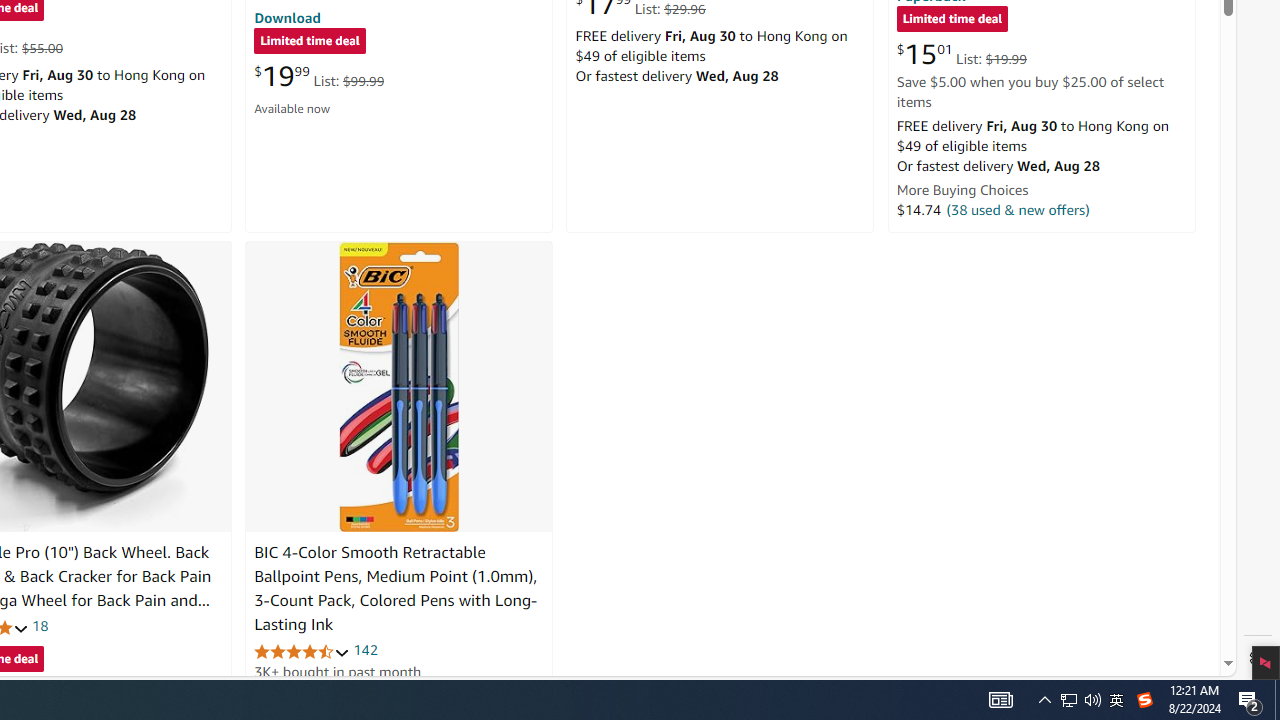 This screenshot has width=1280, height=720. Describe the element at coordinates (301, 651) in the screenshot. I see `'4.6 out of 5 stars'` at that location.